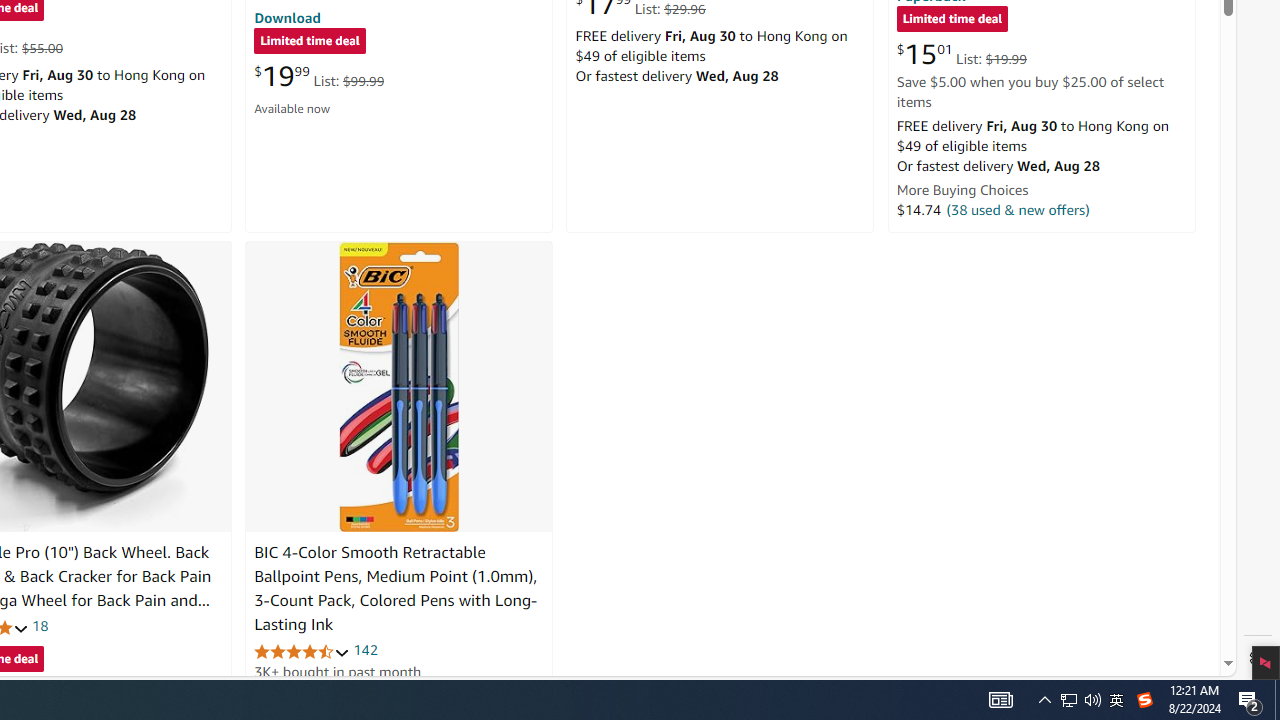 This screenshot has width=1280, height=720. Describe the element at coordinates (301, 651) in the screenshot. I see `'4.6 out of 5 stars'` at that location.